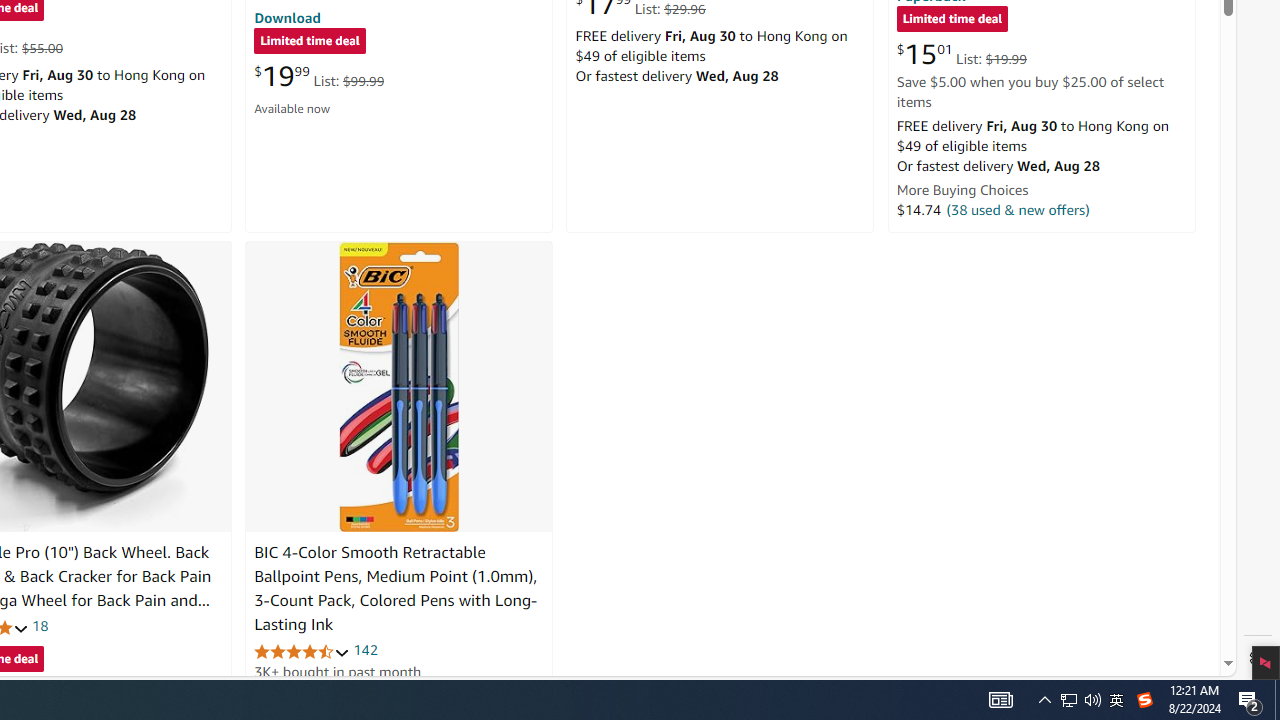 This screenshot has width=1280, height=720. Describe the element at coordinates (301, 651) in the screenshot. I see `'4.6 out of 5 stars'` at that location.